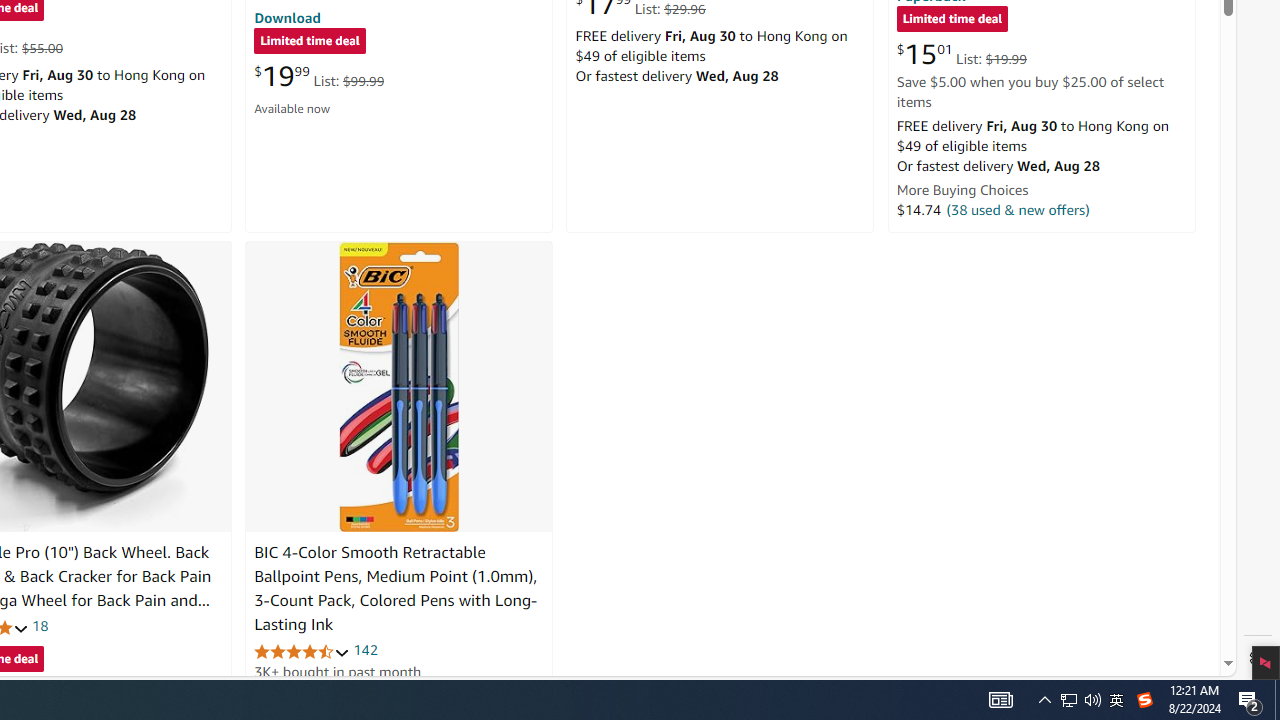 This screenshot has width=1280, height=720. Describe the element at coordinates (301, 651) in the screenshot. I see `'4.6 out of 5 stars'` at that location.